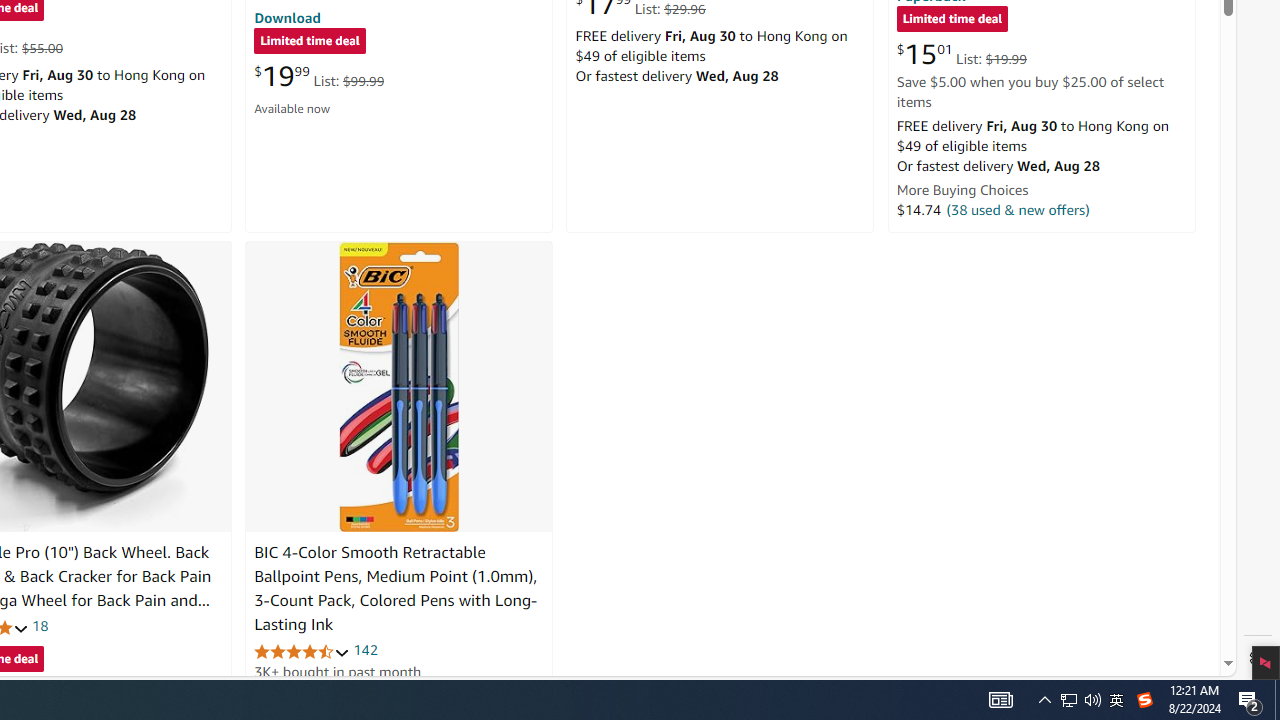 This screenshot has width=1280, height=720. Describe the element at coordinates (301, 651) in the screenshot. I see `'4.6 out of 5 stars'` at that location.